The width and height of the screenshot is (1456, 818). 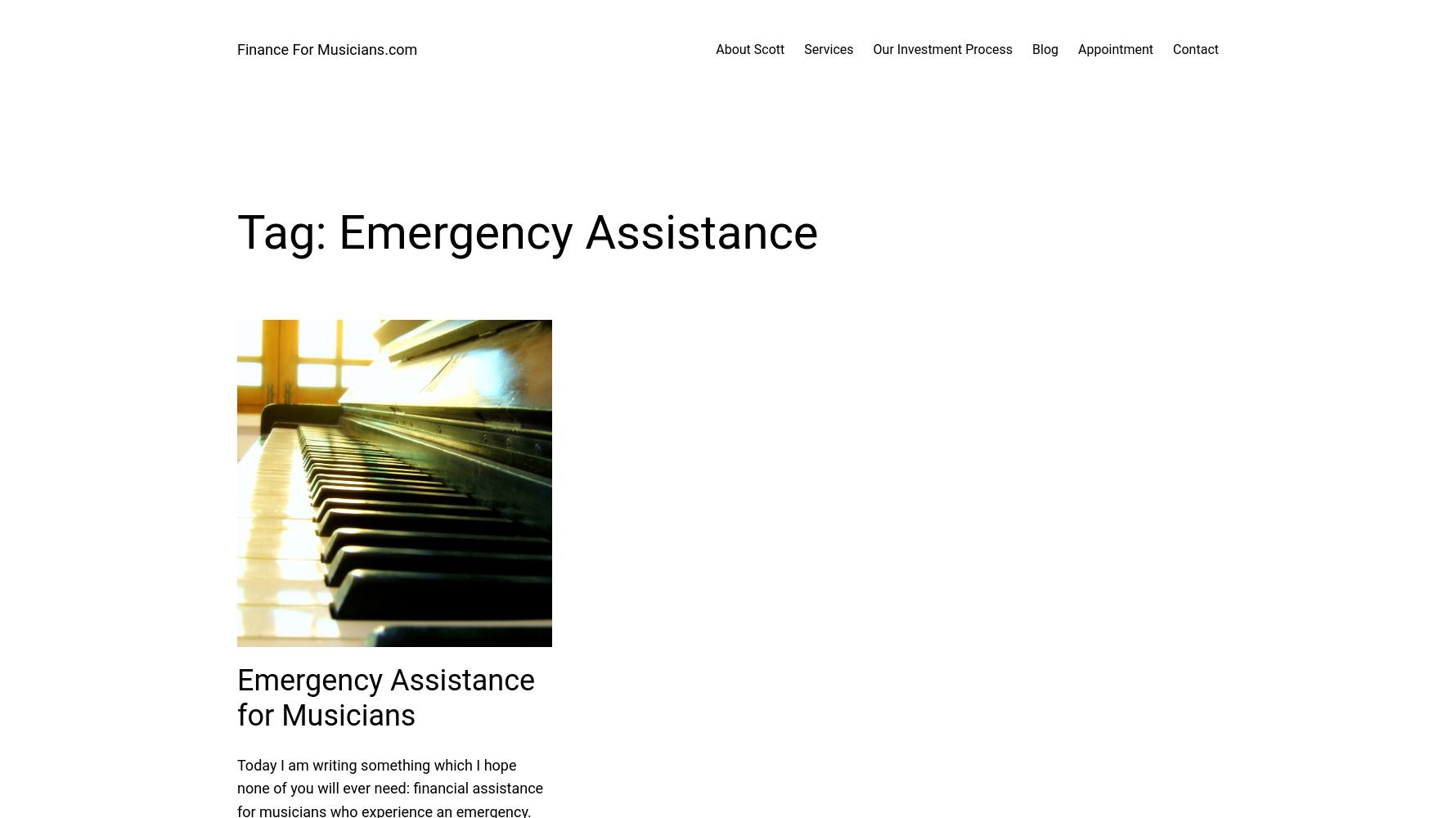 What do you see at coordinates (287, 231) in the screenshot?
I see `'Tag:'` at bounding box center [287, 231].